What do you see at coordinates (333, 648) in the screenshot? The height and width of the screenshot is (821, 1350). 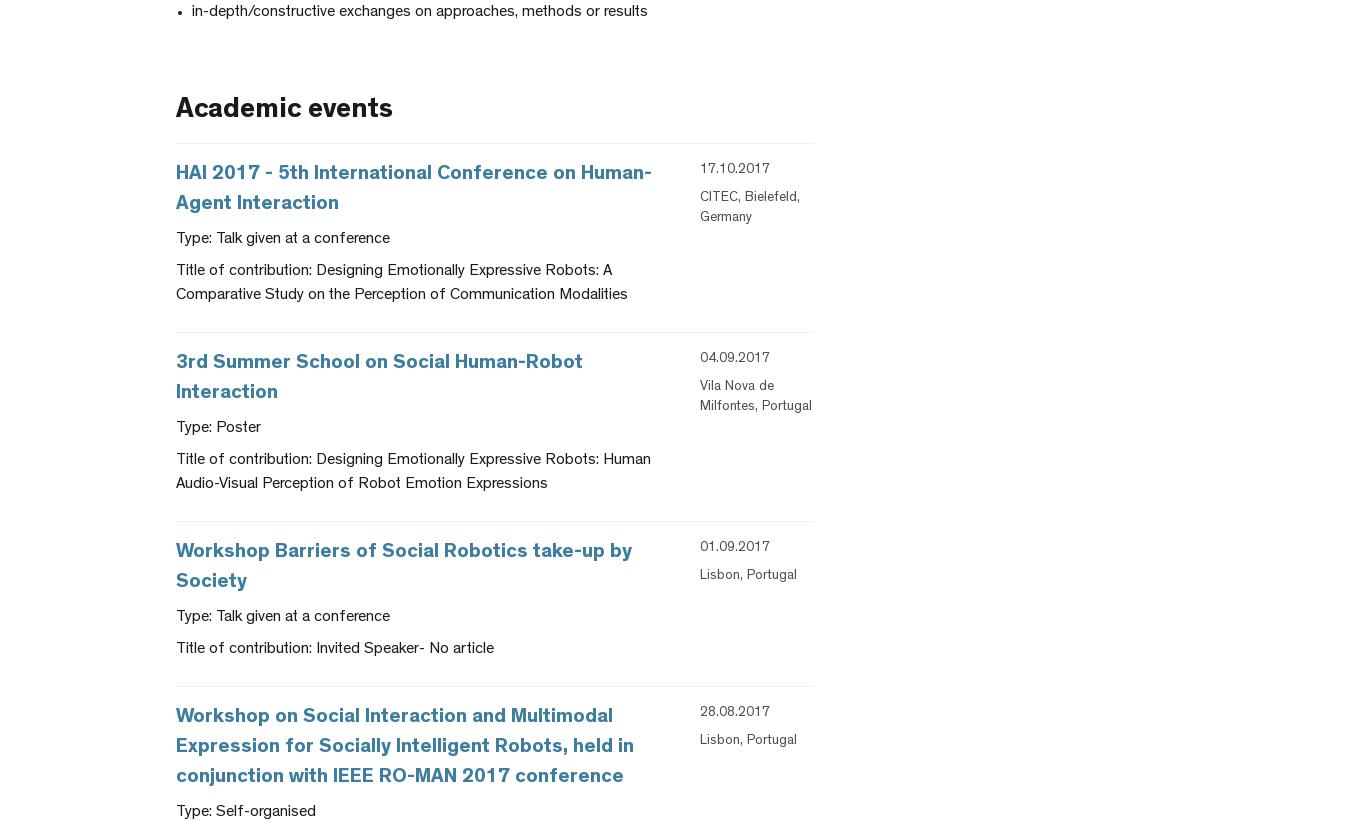 I see `'Title of contribution: Invited Speaker- No article'` at bounding box center [333, 648].